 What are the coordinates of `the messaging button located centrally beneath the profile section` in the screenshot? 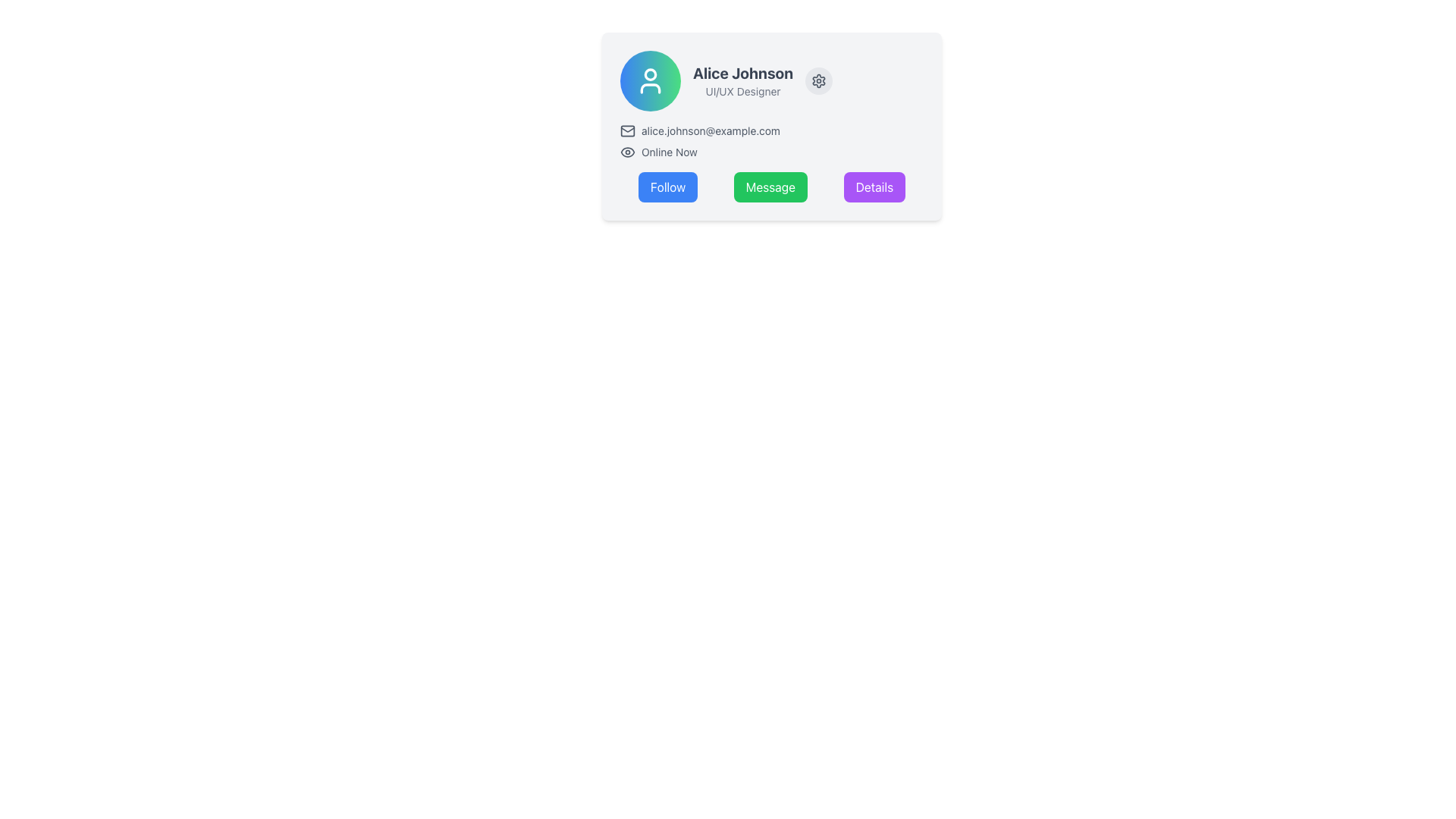 It's located at (770, 186).